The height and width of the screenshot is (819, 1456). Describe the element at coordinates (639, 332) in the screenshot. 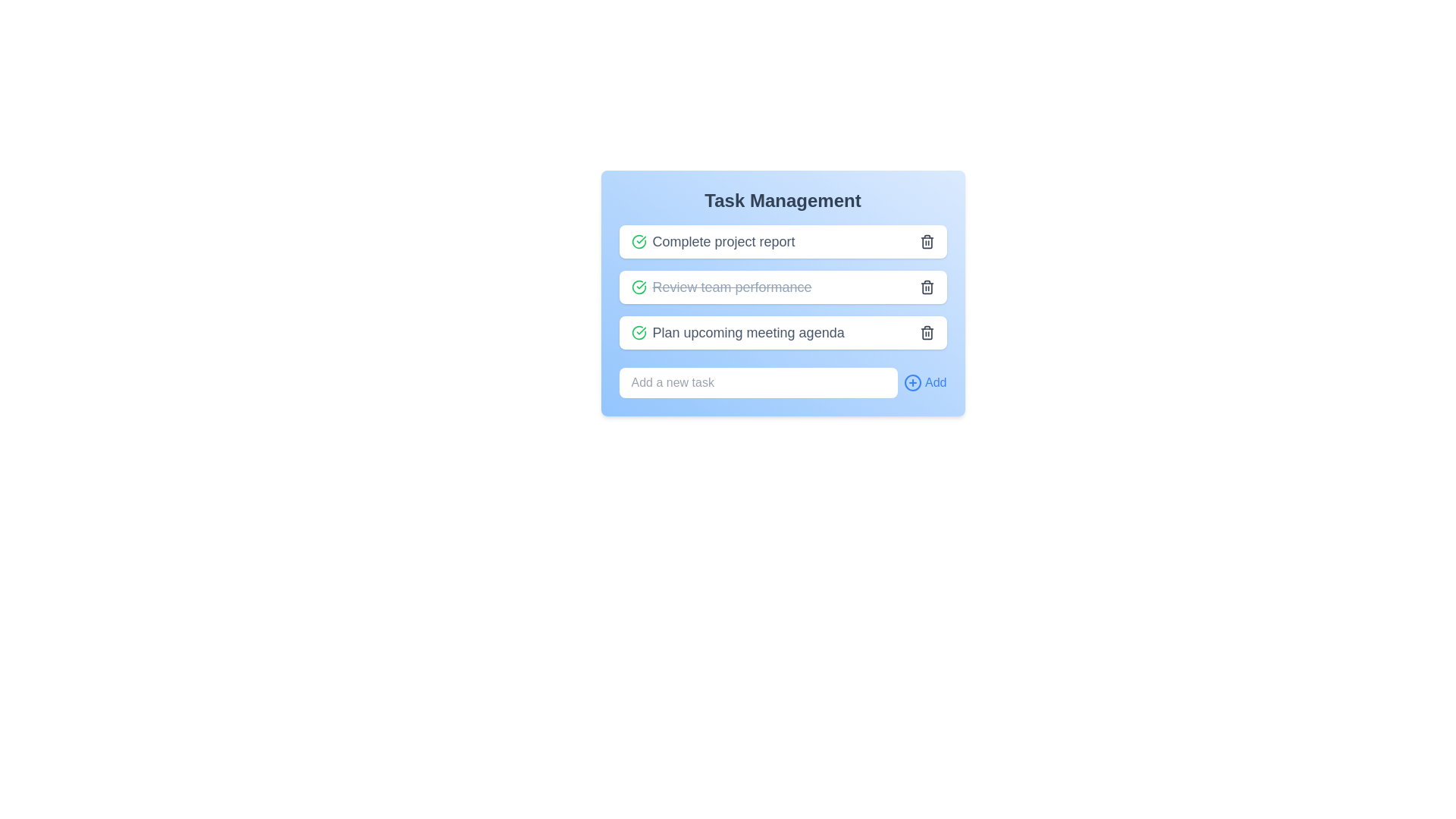

I see `the first Icon button in the third row of the task list for 'Plan upcoming meeting agenda'` at that location.